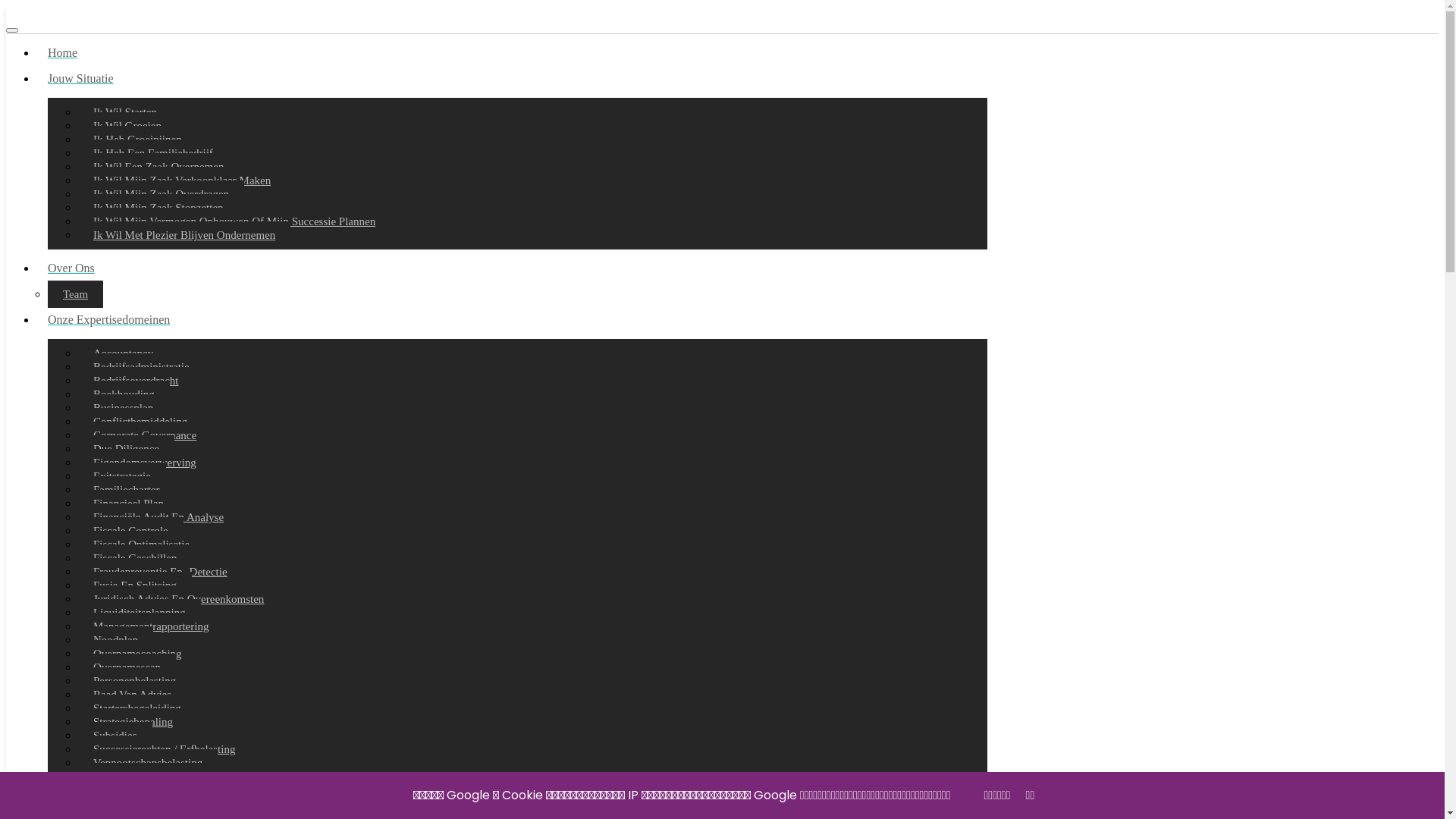 The width and height of the screenshot is (1456, 819). What do you see at coordinates (74, 294) in the screenshot?
I see `'Team'` at bounding box center [74, 294].